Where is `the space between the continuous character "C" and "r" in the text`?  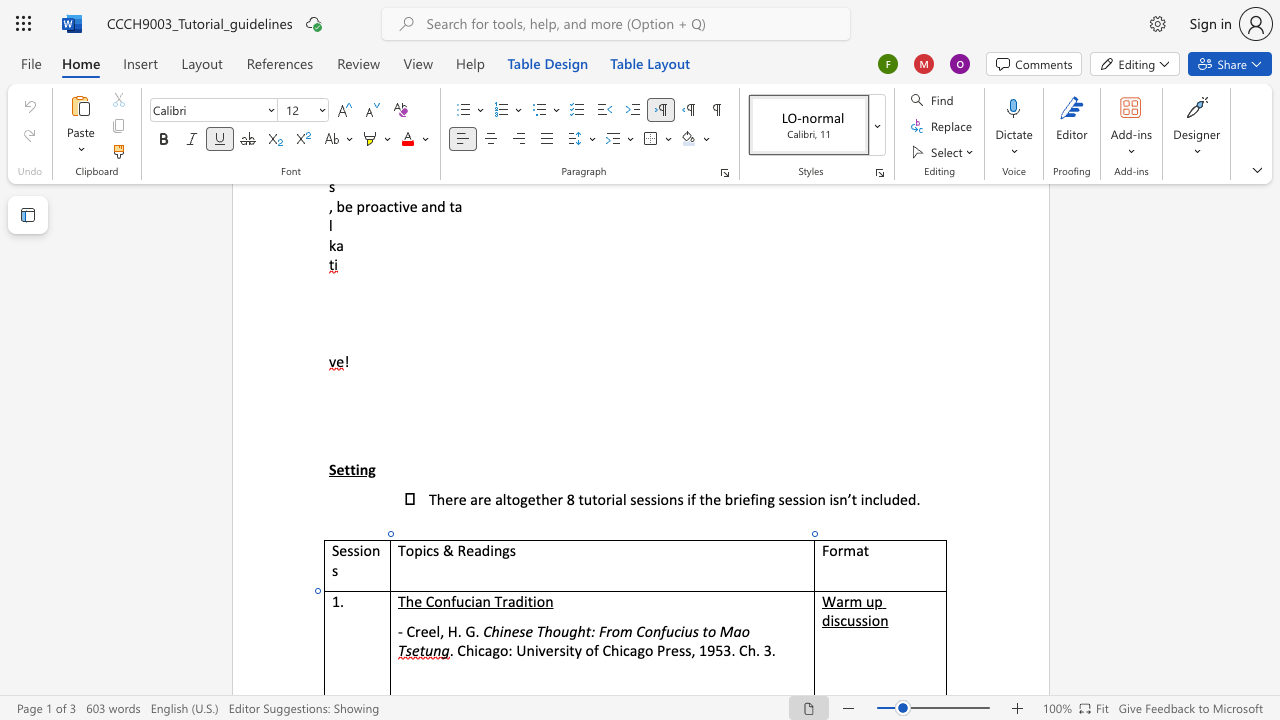
the space between the continuous character "C" and "r" in the text is located at coordinates (413, 631).